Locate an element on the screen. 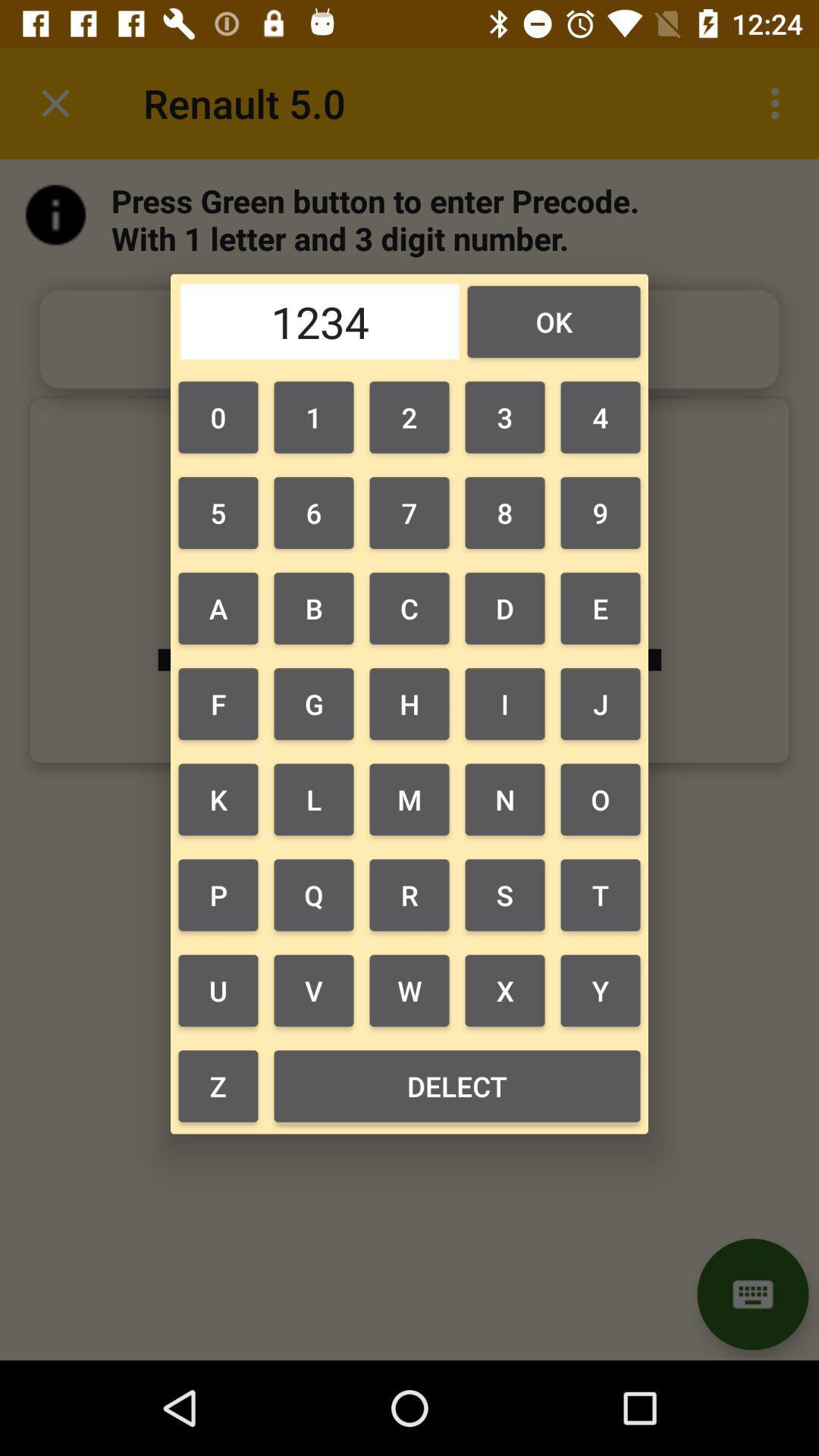  icon next to 4 icon is located at coordinates (505, 417).